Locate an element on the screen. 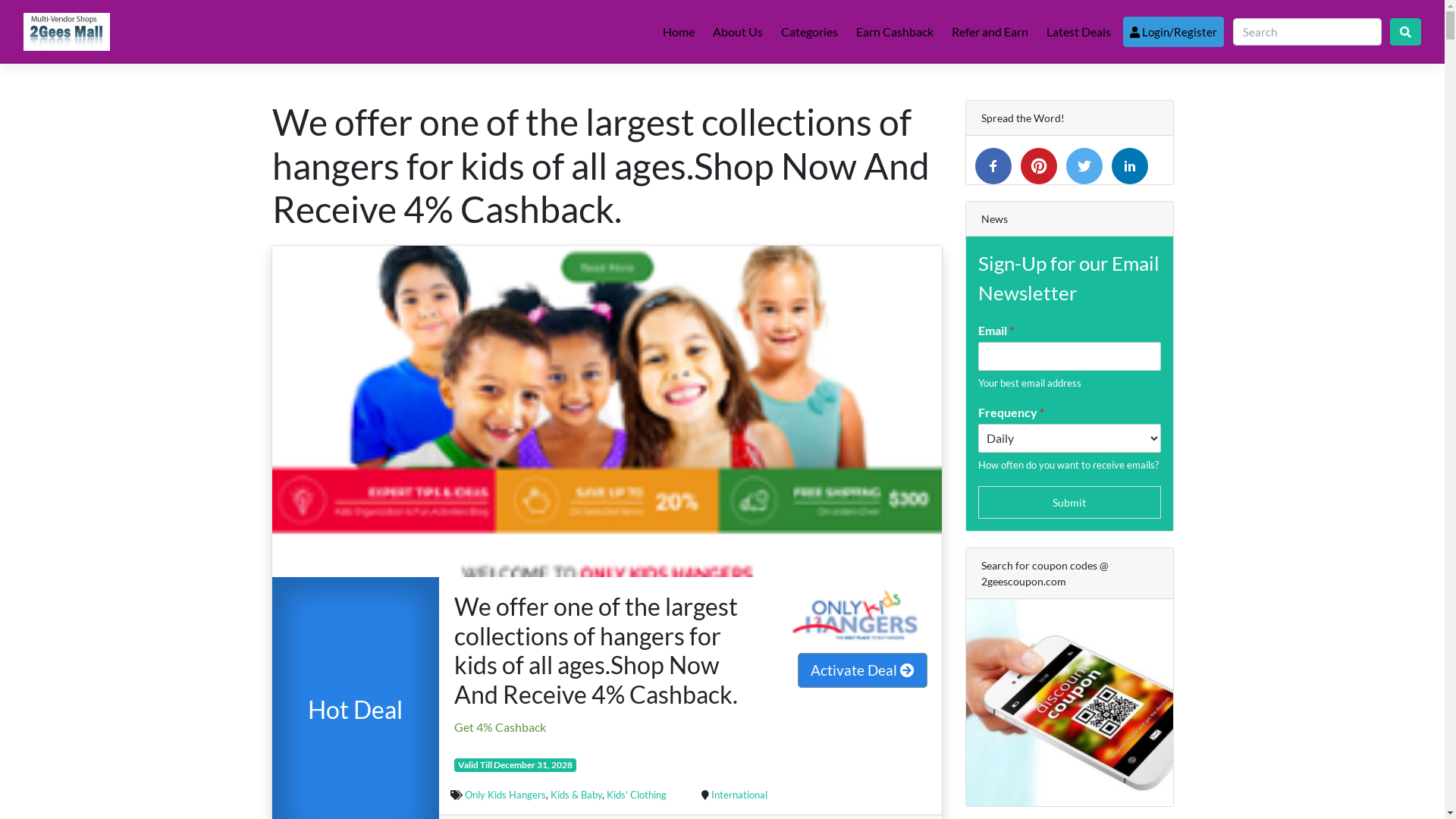  'Latest Deals' is located at coordinates (1078, 32).